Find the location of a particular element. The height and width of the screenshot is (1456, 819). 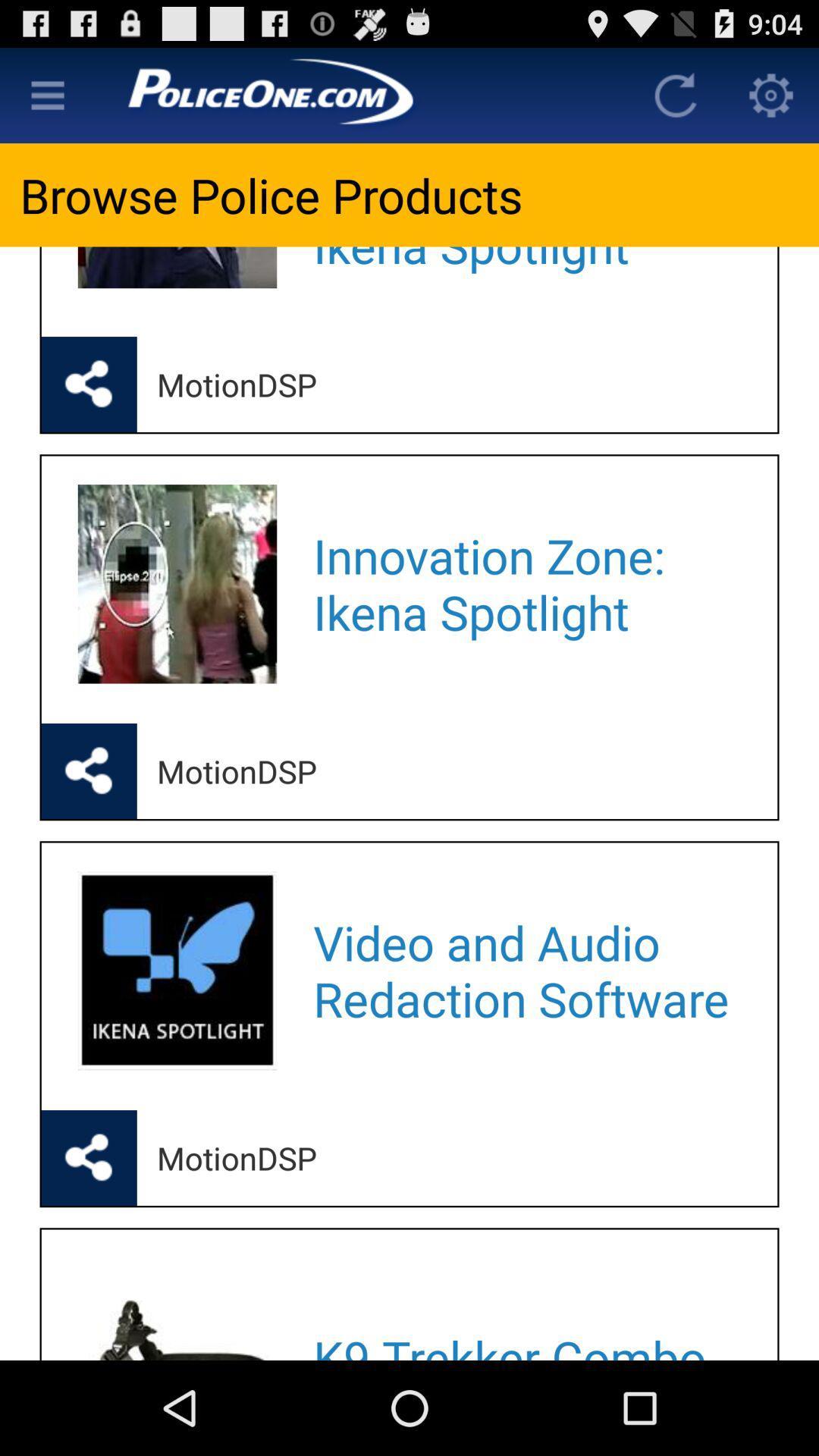

share the article is located at coordinates (89, 1156).